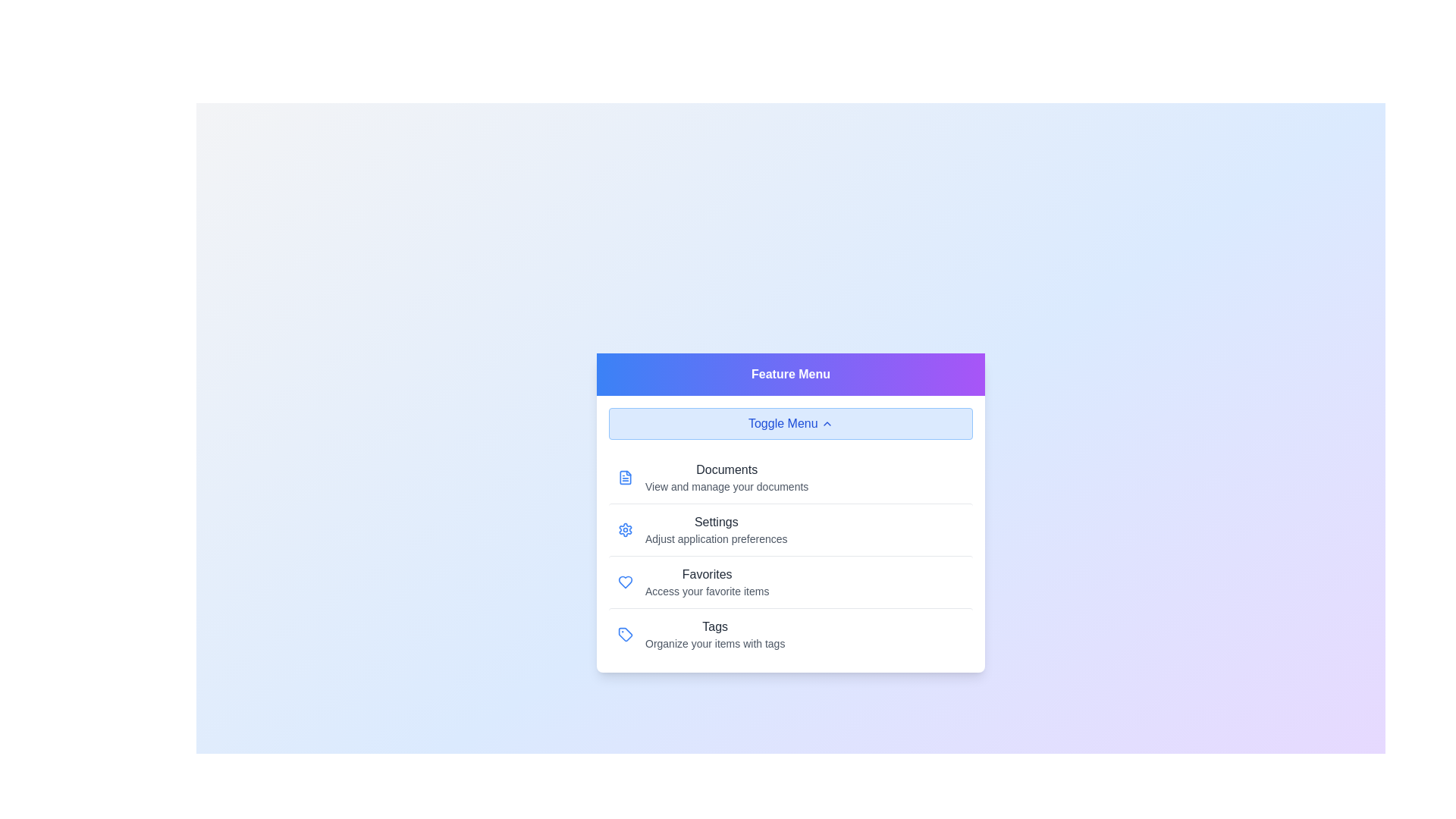 This screenshot has height=819, width=1456. What do you see at coordinates (789, 529) in the screenshot?
I see `the menu option Settings by clicking on it` at bounding box center [789, 529].